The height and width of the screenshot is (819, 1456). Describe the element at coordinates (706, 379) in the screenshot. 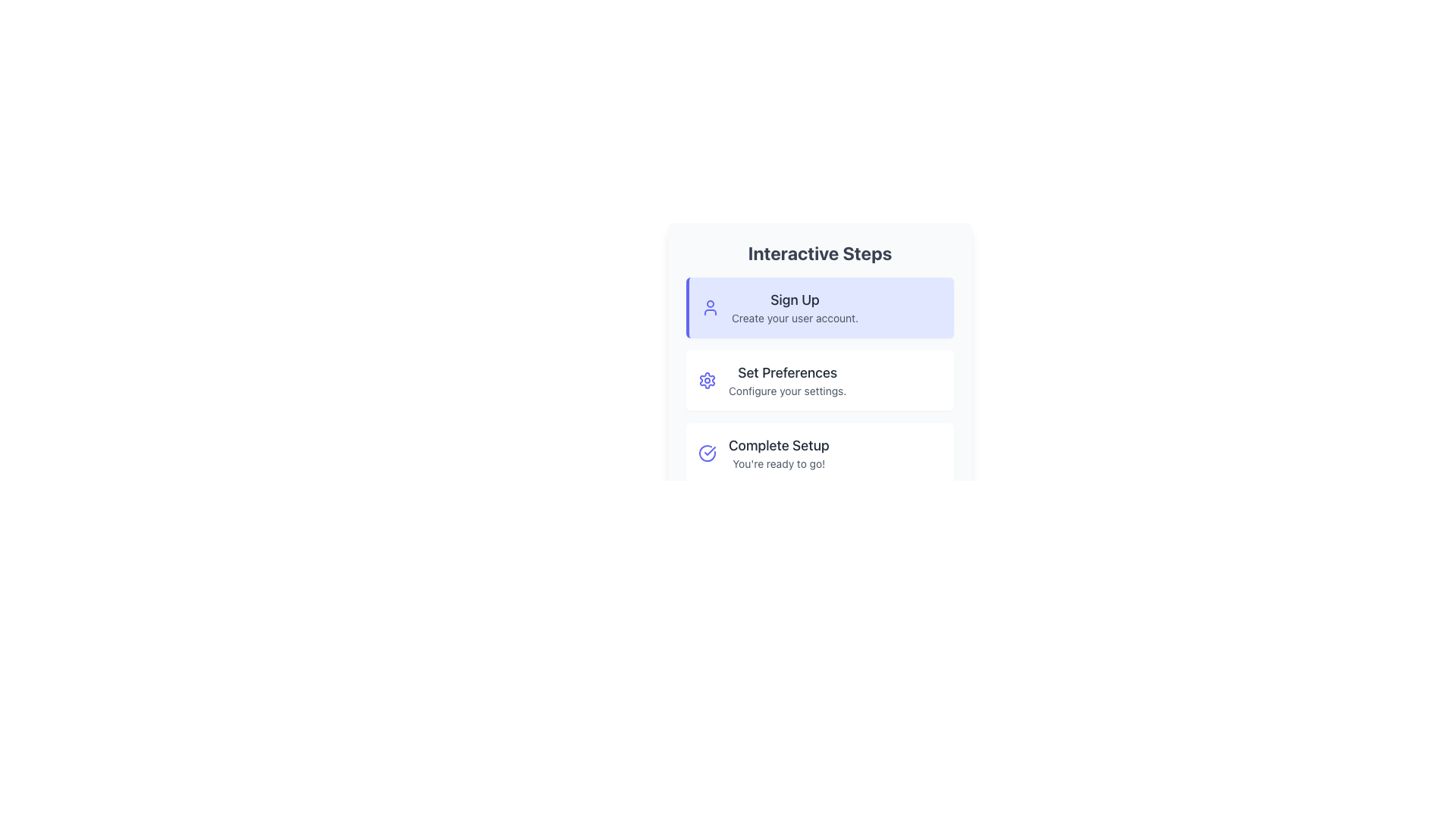

I see `the gear-like icon in indigo color, which is located on the left side of the card labeled 'Set Preferences', specifically aligned to the horizontal center of the card` at that location.